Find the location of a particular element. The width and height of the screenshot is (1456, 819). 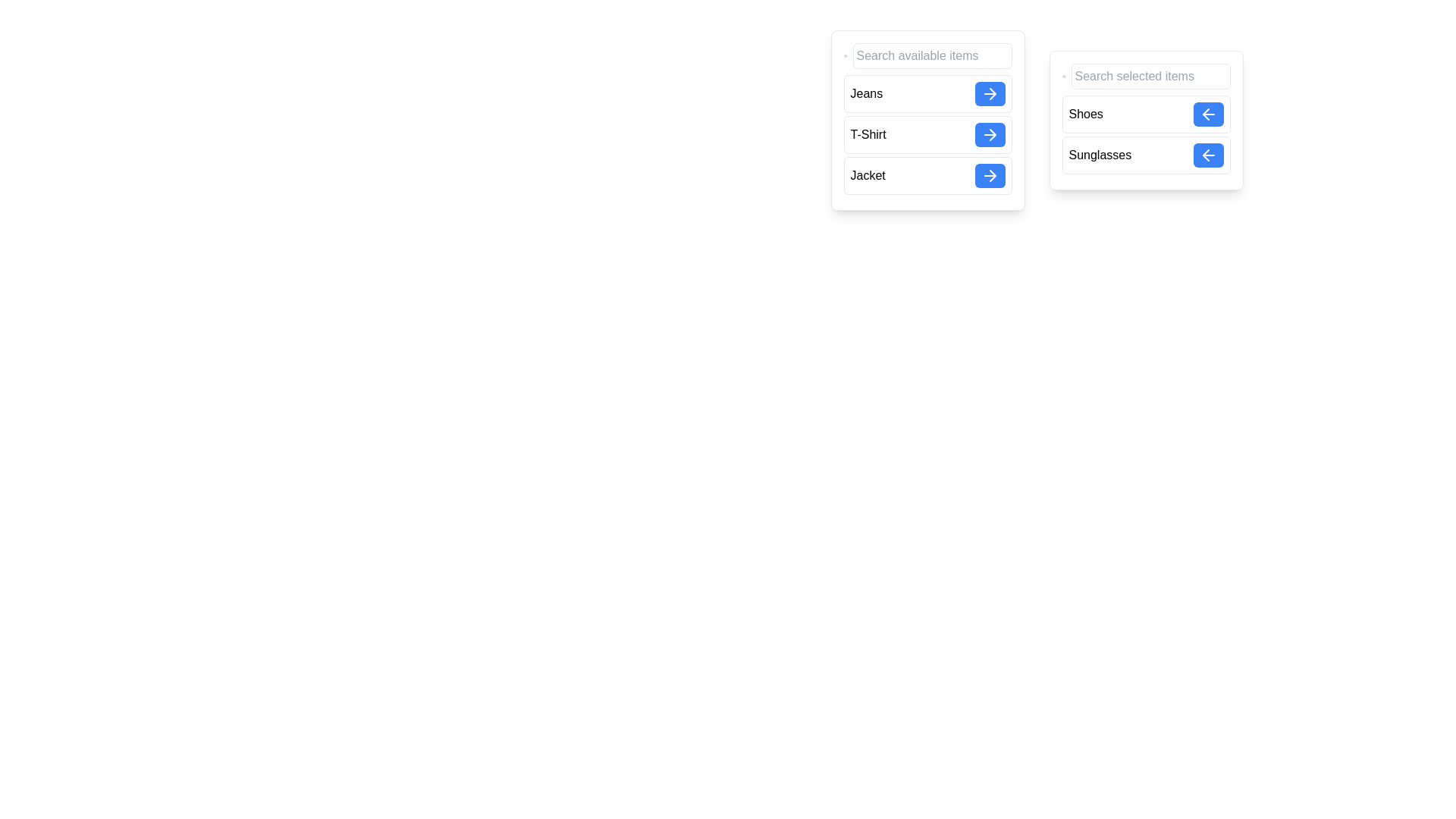

the rightwards arrow vector graphic next to the 'T-Shirt' label is located at coordinates (993, 133).